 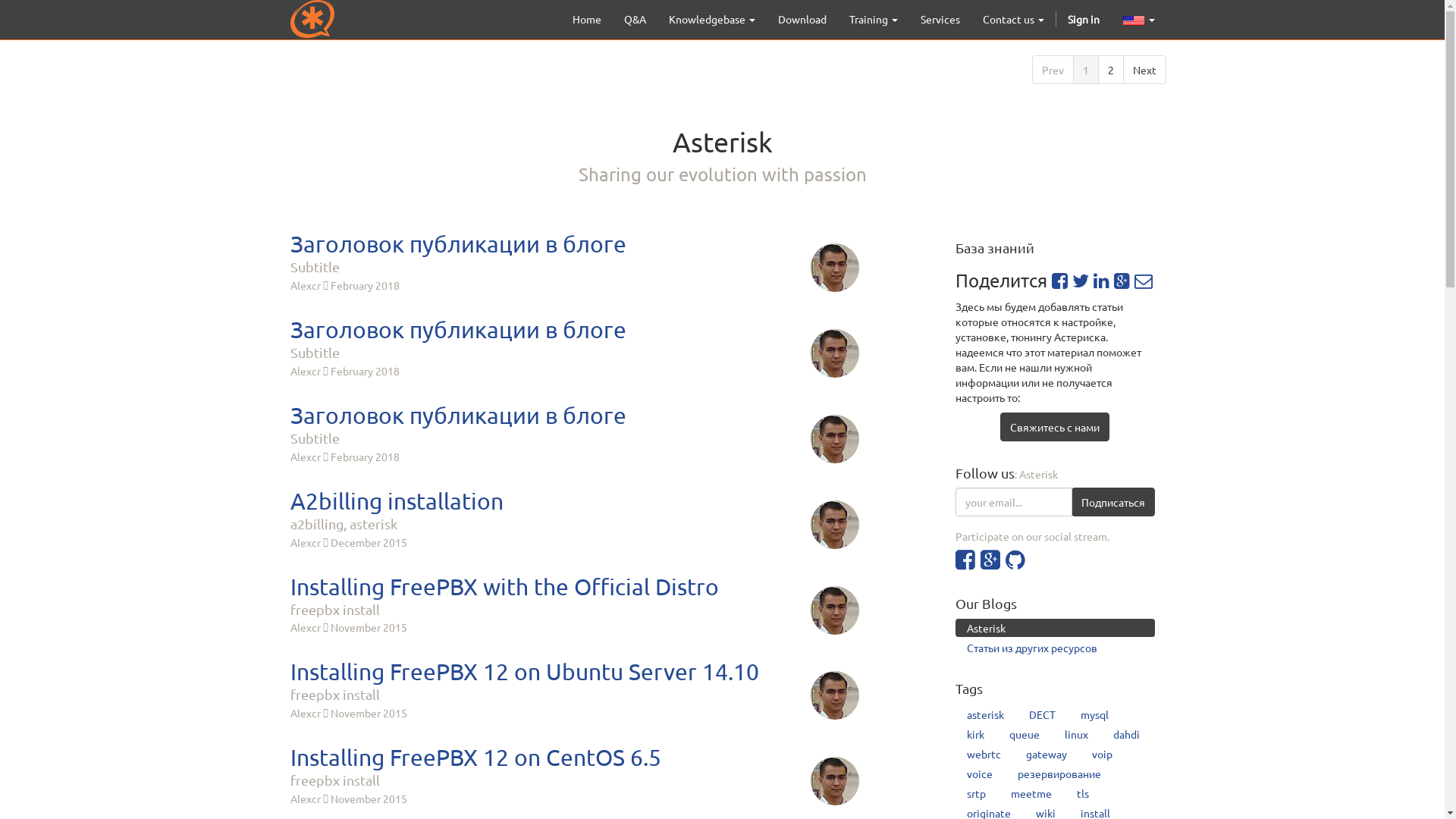 What do you see at coordinates (1094, 714) in the screenshot?
I see `'mysql'` at bounding box center [1094, 714].